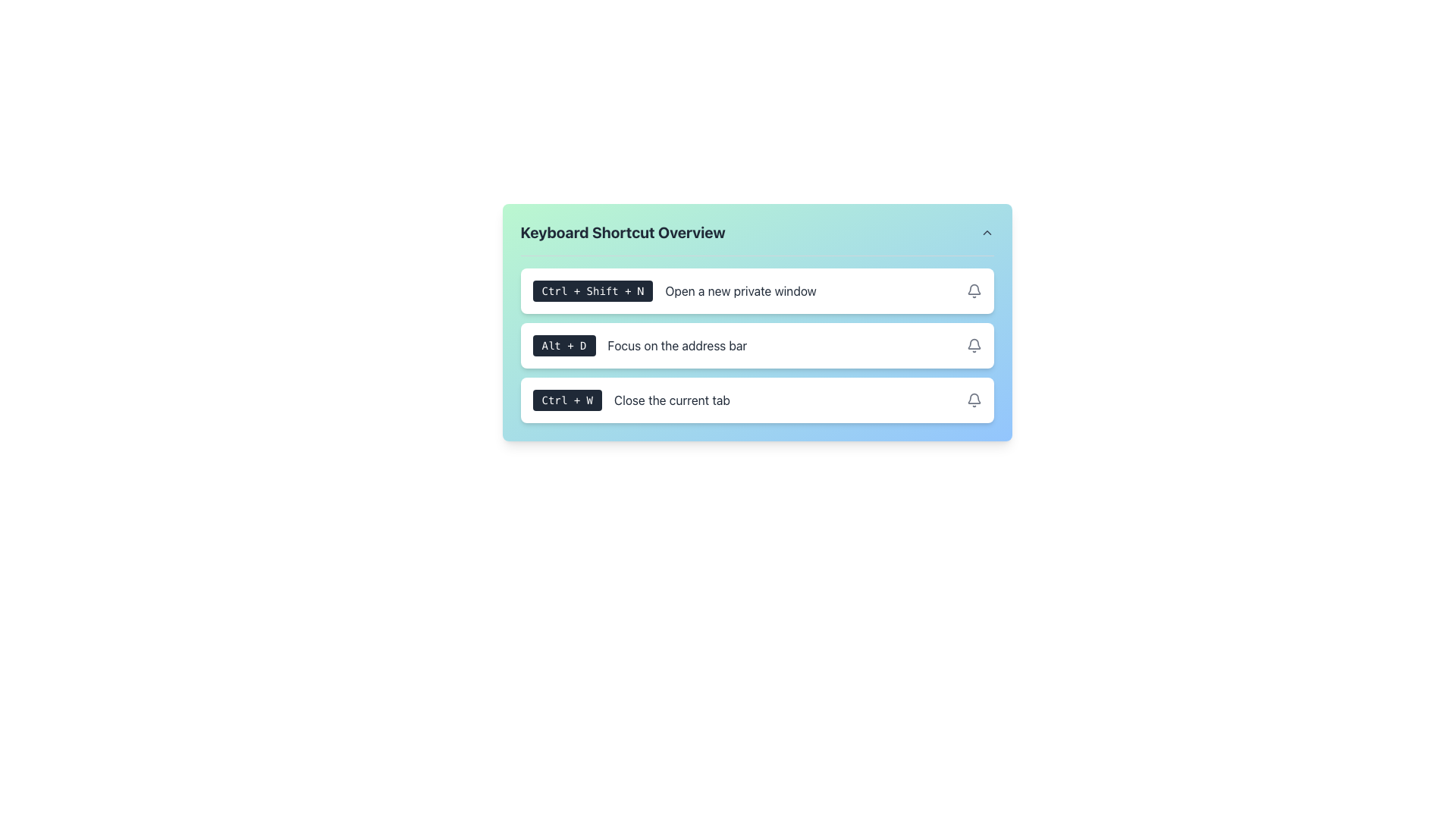 The image size is (1456, 819). What do you see at coordinates (566, 400) in the screenshot?
I see `the label displaying the keyboard shortcut 'Ctrl + W'` at bounding box center [566, 400].